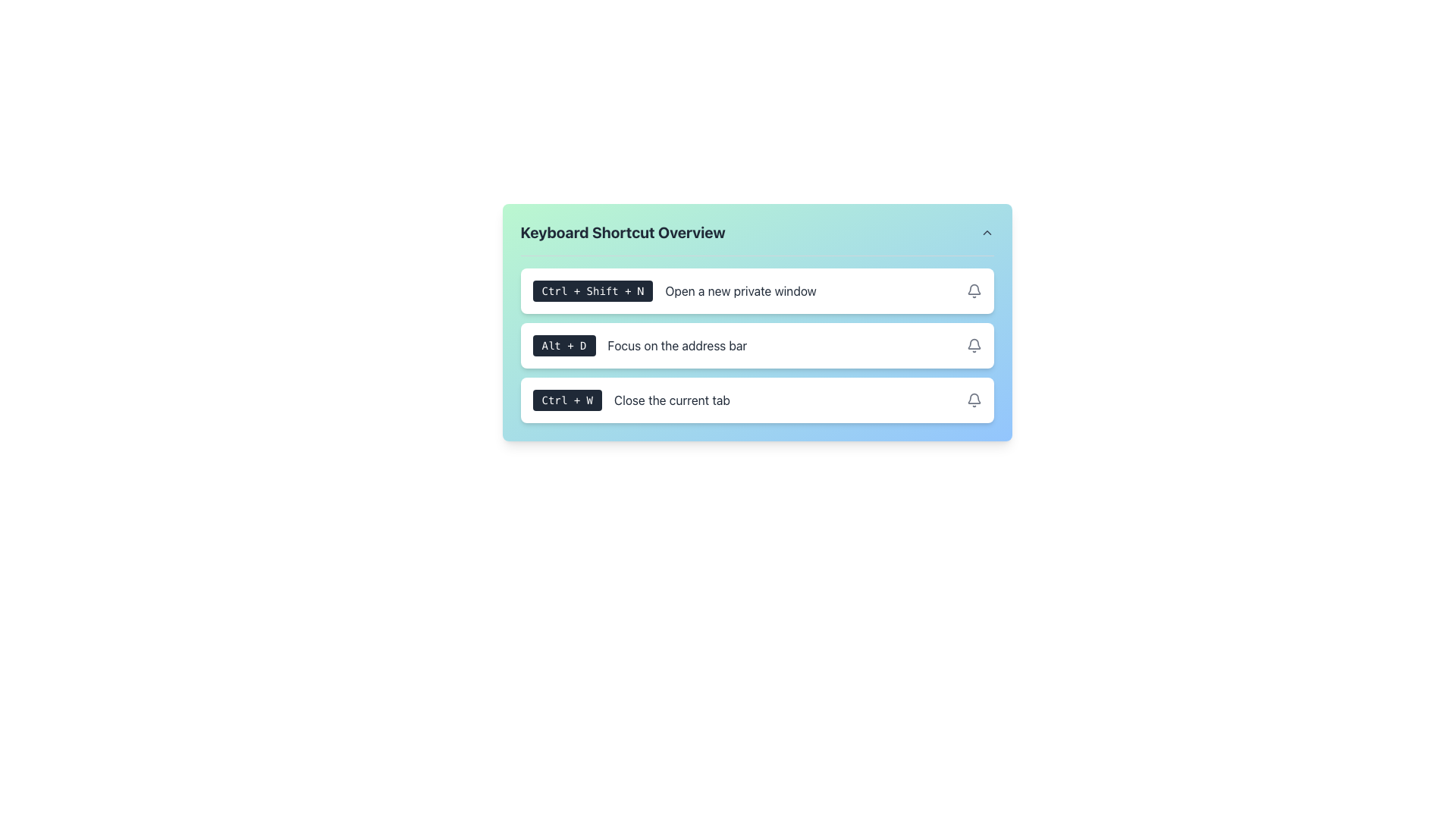 The image size is (1456, 819). What do you see at coordinates (566, 400) in the screenshot?
I see `the label displaying the keyboard shortcut 'Ctrl + W'` at bounding box center [566, 400].